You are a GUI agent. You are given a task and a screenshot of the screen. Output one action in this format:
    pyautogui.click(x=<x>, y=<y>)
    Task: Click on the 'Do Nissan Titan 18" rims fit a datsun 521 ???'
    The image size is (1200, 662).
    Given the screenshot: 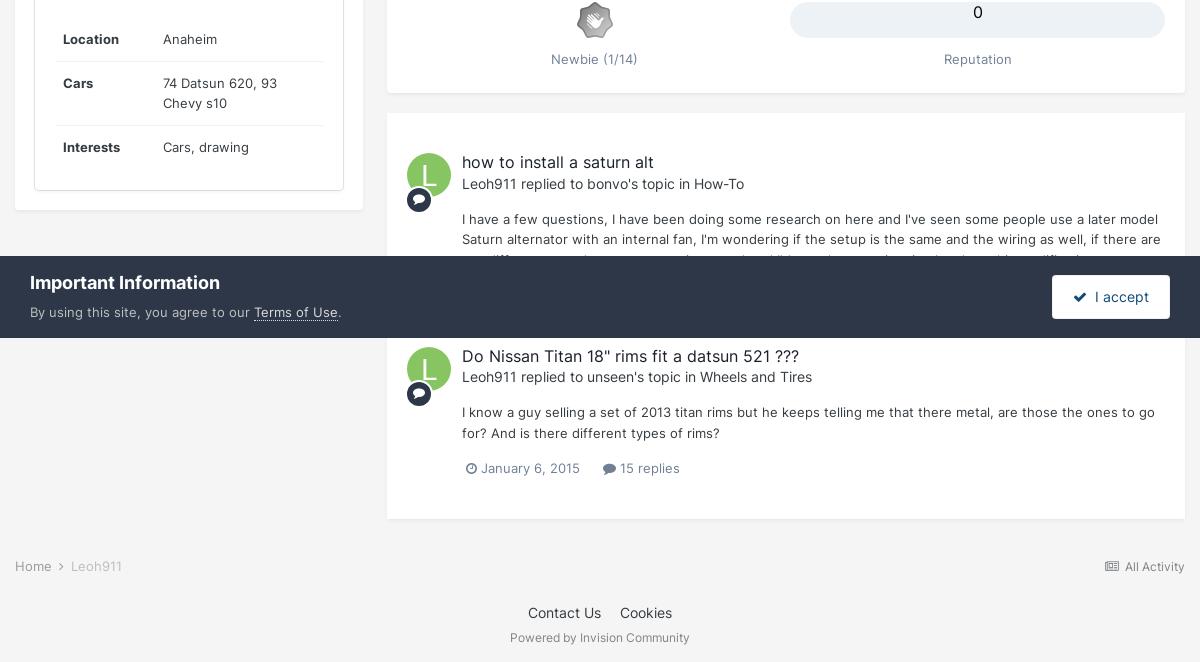 What is the action you would take?
    pyautogui.click(x=630, y=356)
    